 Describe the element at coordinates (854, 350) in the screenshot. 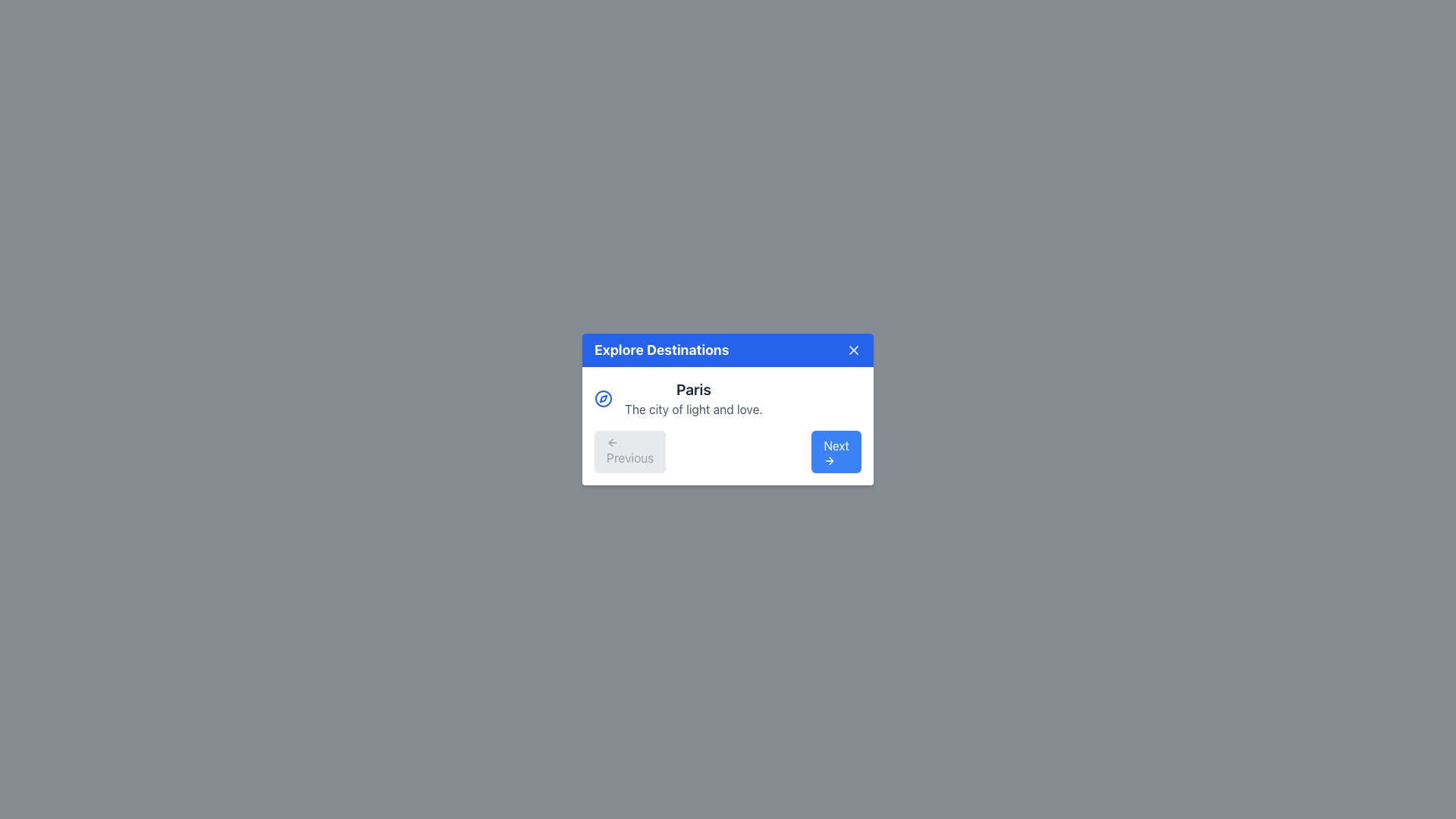

I see `the small red 'X' icon in the top-right corner of the 'Explore Destinations' modal` at that location.